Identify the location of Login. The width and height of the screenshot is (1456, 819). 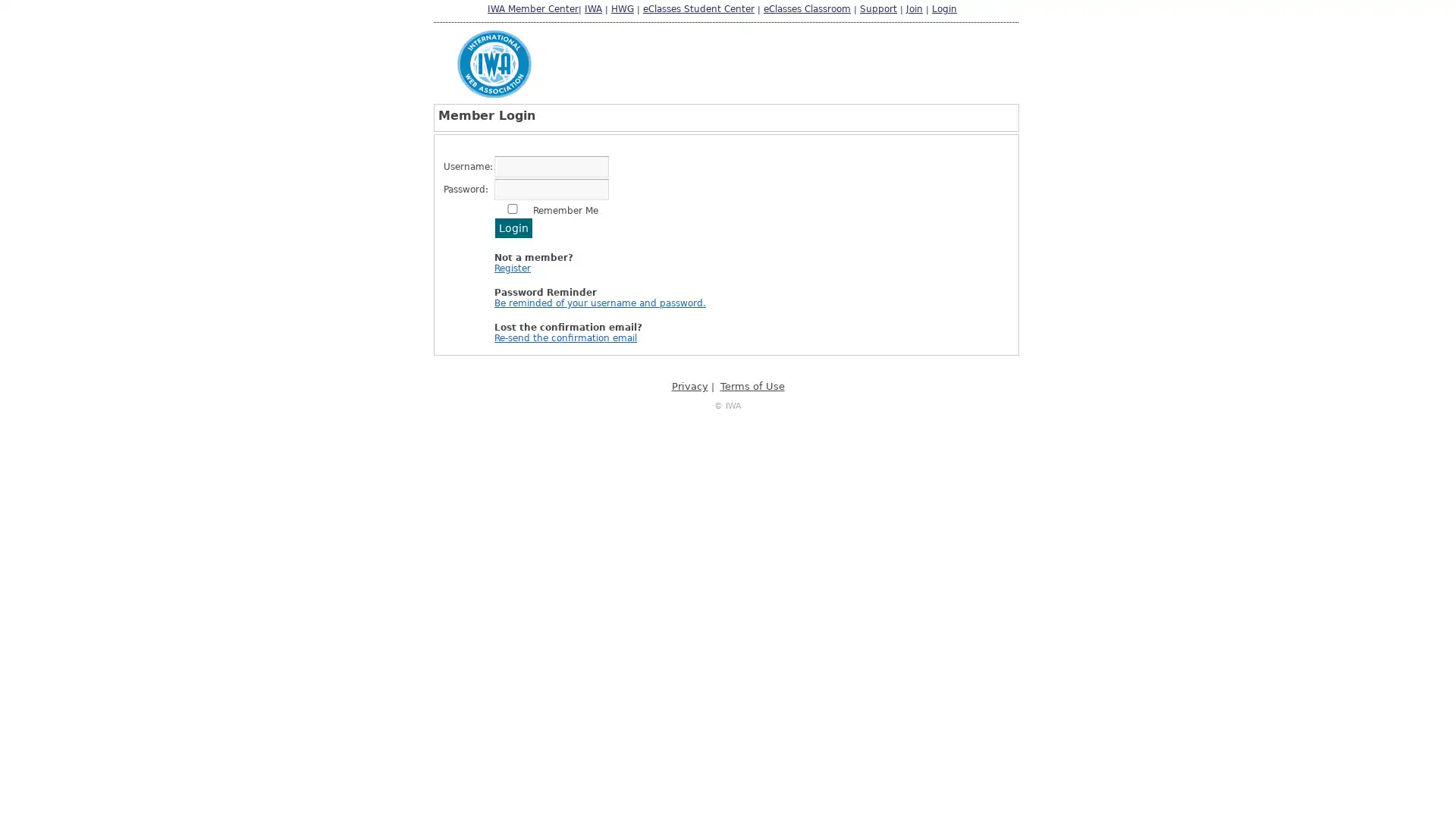
(513, 227).